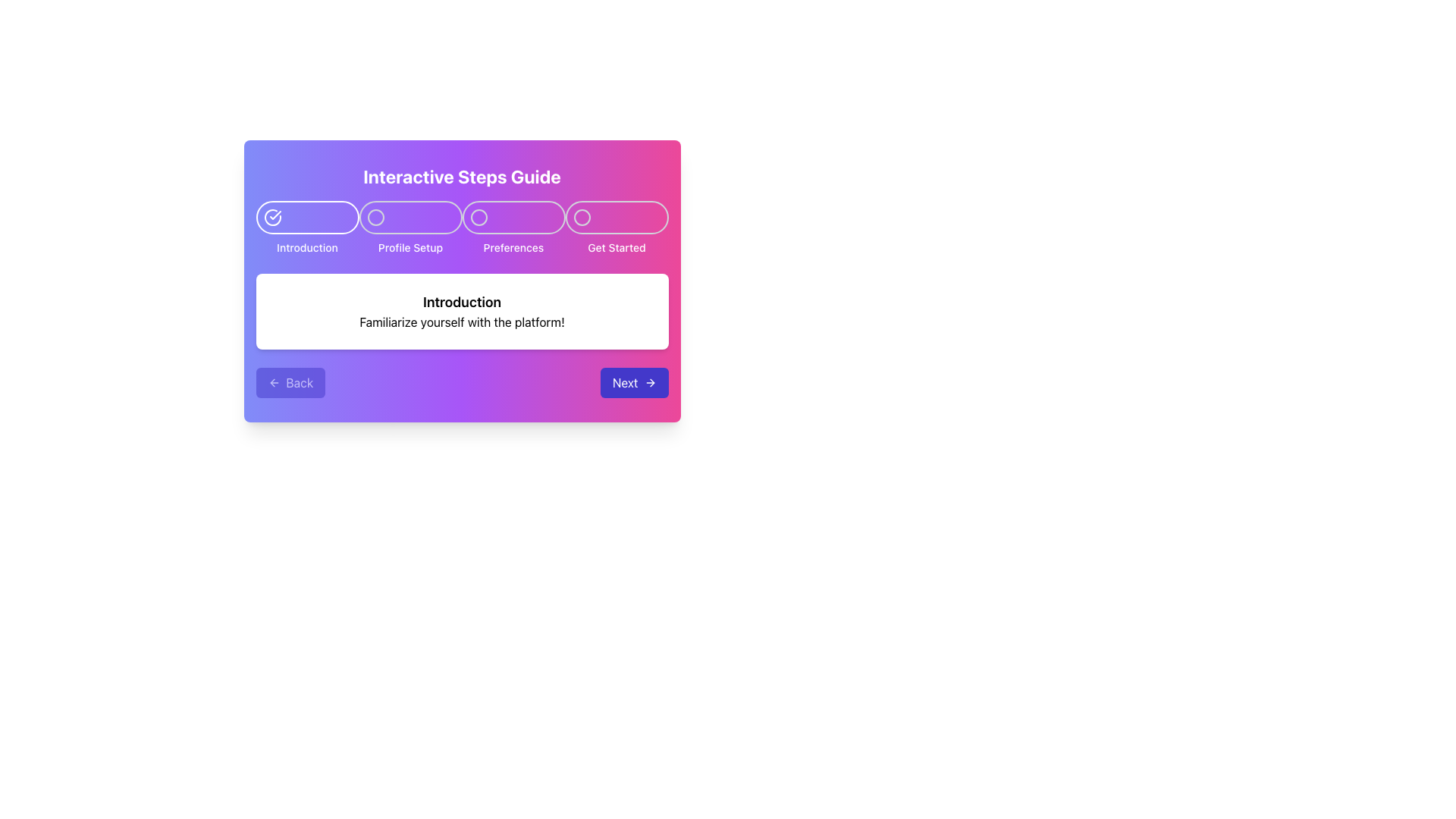 Image resolution: width=1456 pixels, height=819 pixels. What do you see at coordinates (306, 227) in the screenshot?
I see `the 'Introduction' step indicator in the multi-step guide, which visually represents the current step with a label and an icon, located at the top-left side of the interface` at bounding box center [306, 227].